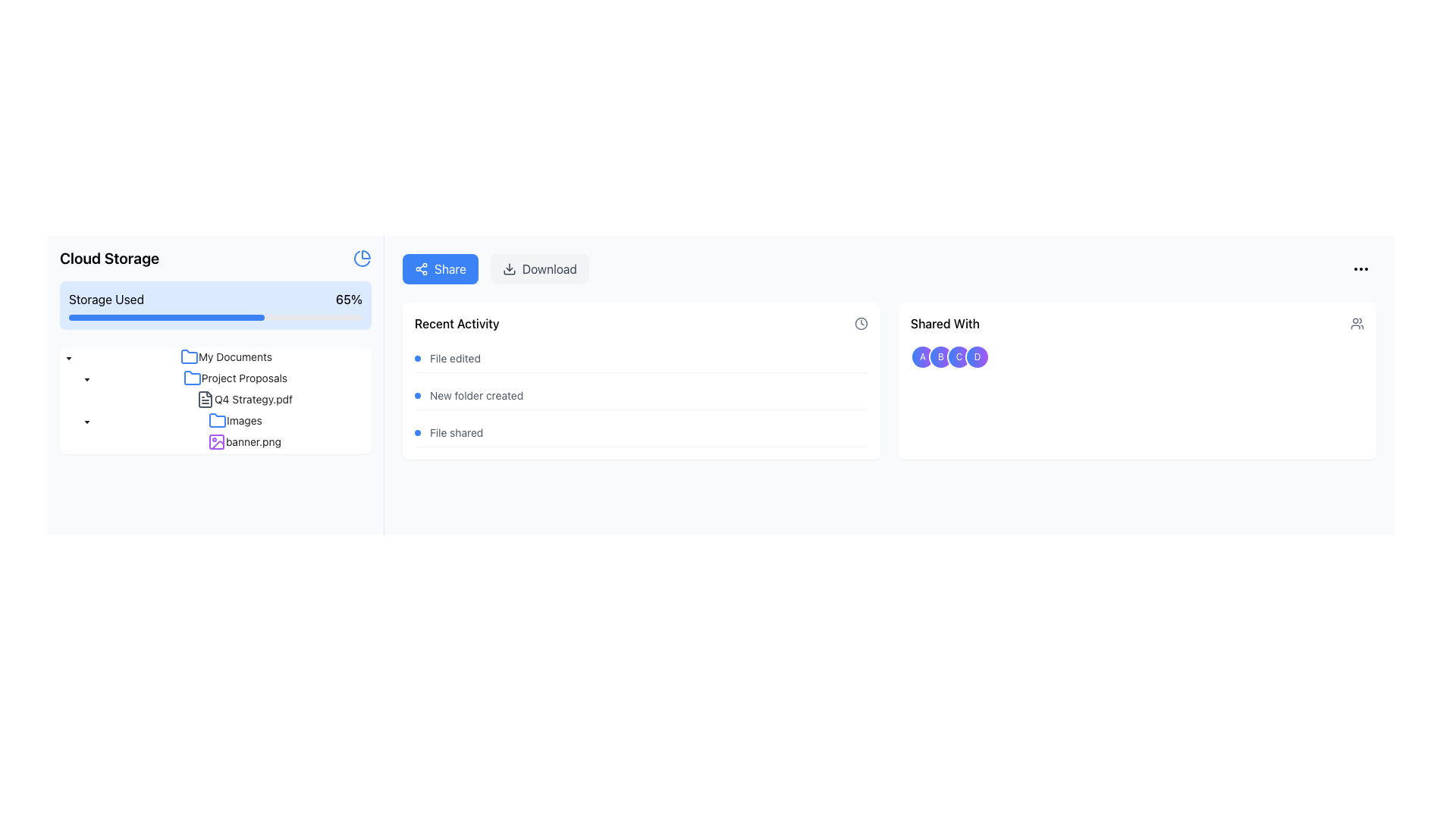  What do you see at coordinates (108, 257) in the screenshot?
I see `the 'Cloud Storage' text label, which is a prominent header styled in large, bold font located at the top-left area of its section` at bounding box center [108, 257].